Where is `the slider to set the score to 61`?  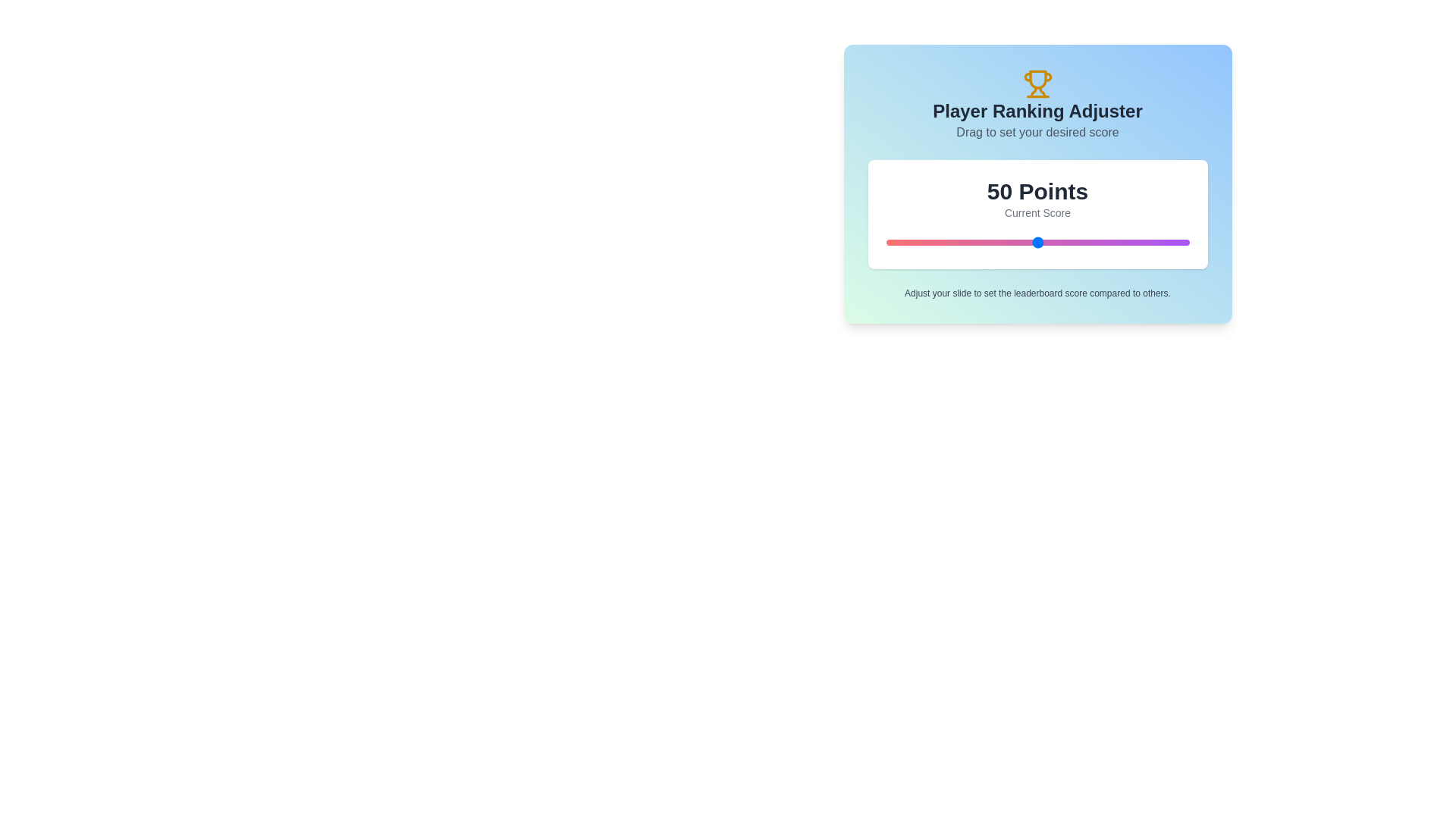
the slider to set the score to 61 is located at coordinates (1070, 242).